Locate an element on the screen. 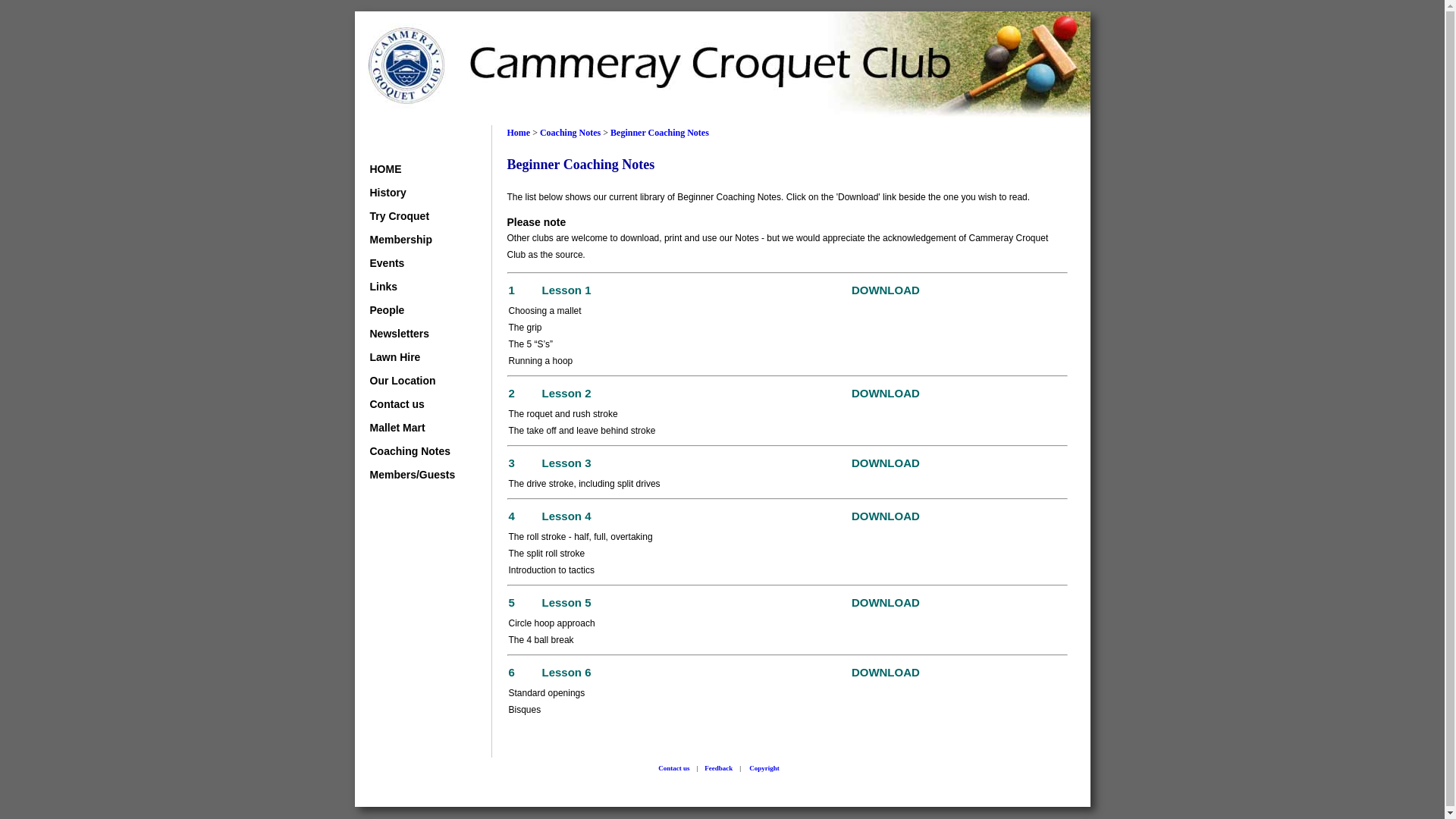  'Try Croquet' is located at coordinates (414, 216).